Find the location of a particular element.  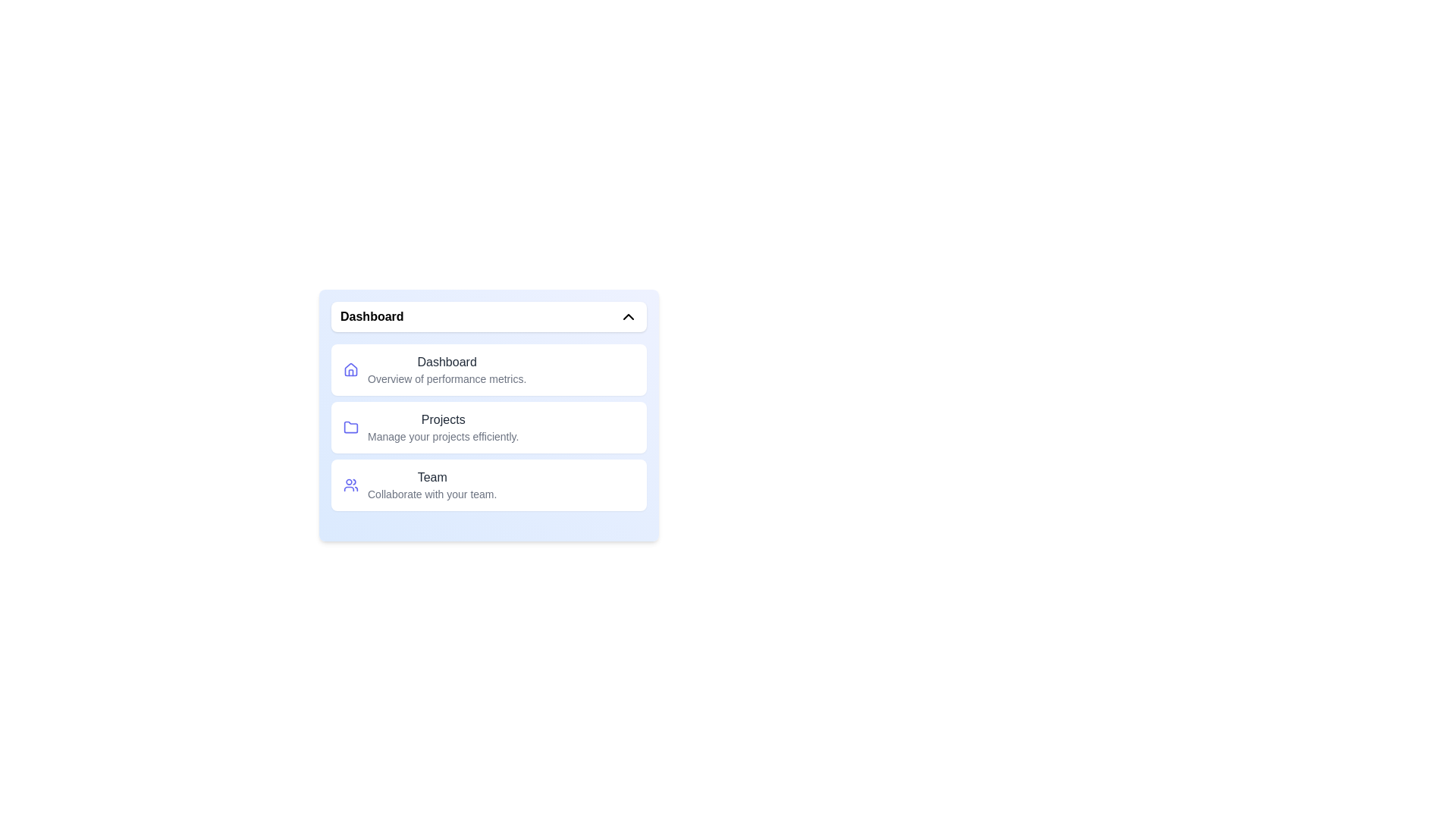

the menu option Projects from the dropdown is located at coordinates (488, 427).